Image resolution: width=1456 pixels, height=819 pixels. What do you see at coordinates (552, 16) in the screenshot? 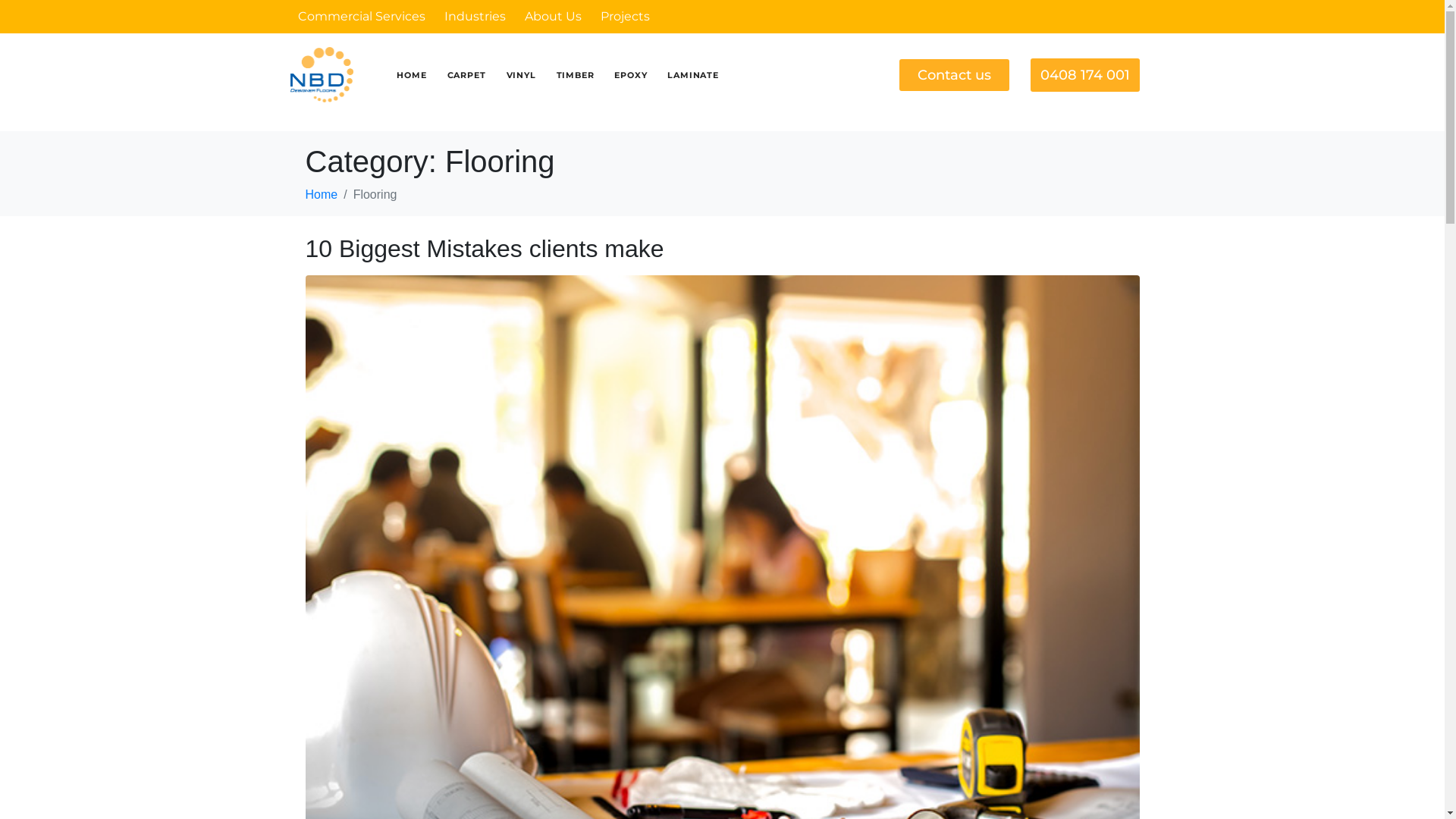
I see `'About Us'` at bounding box center [552, 16].